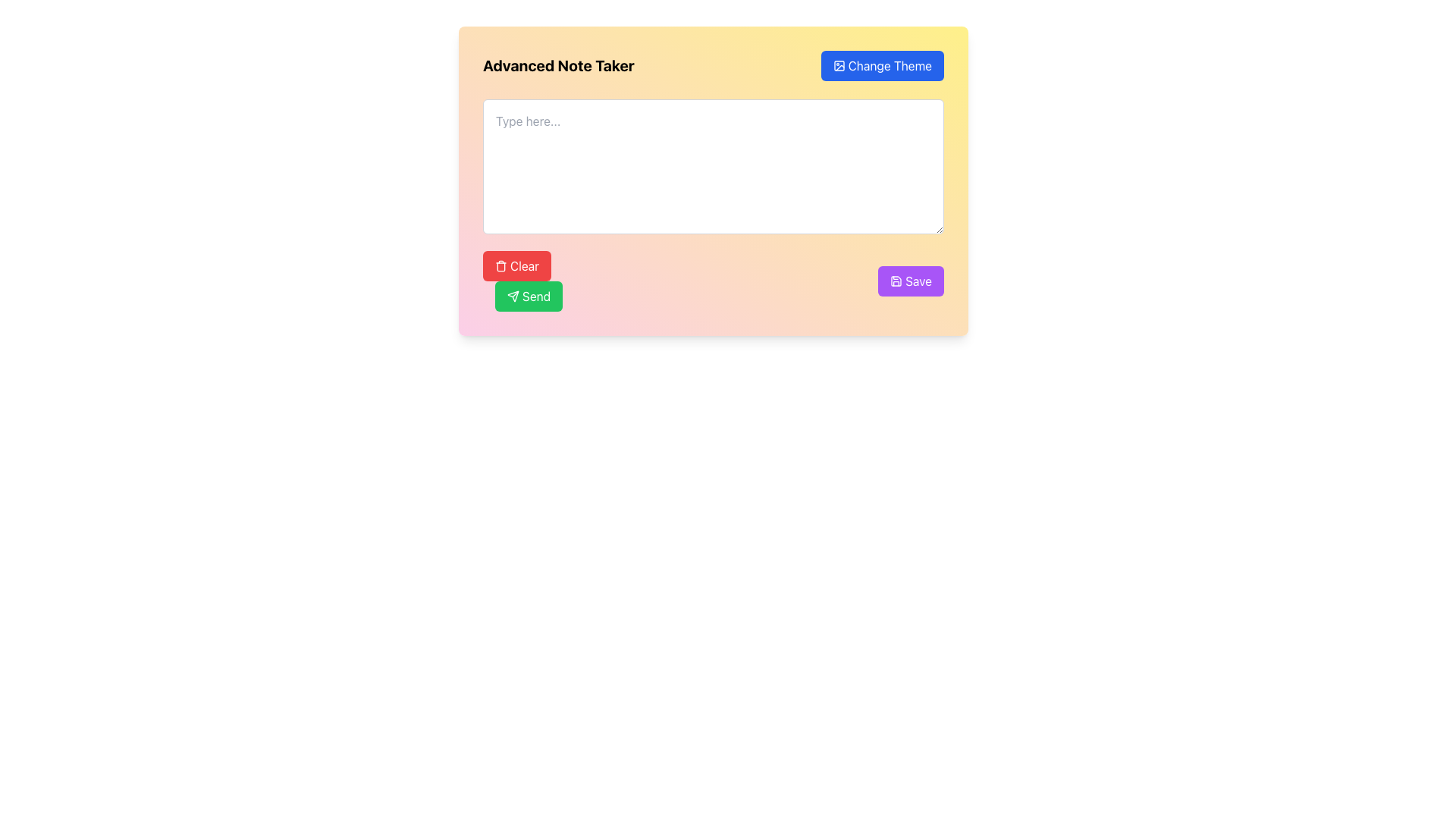  Describe the element at coordinates (513, 296) in the screenshot. I see `the triangular SVG icon resembling an upward-pointing arrow located within the green 'Send' button` at that location.